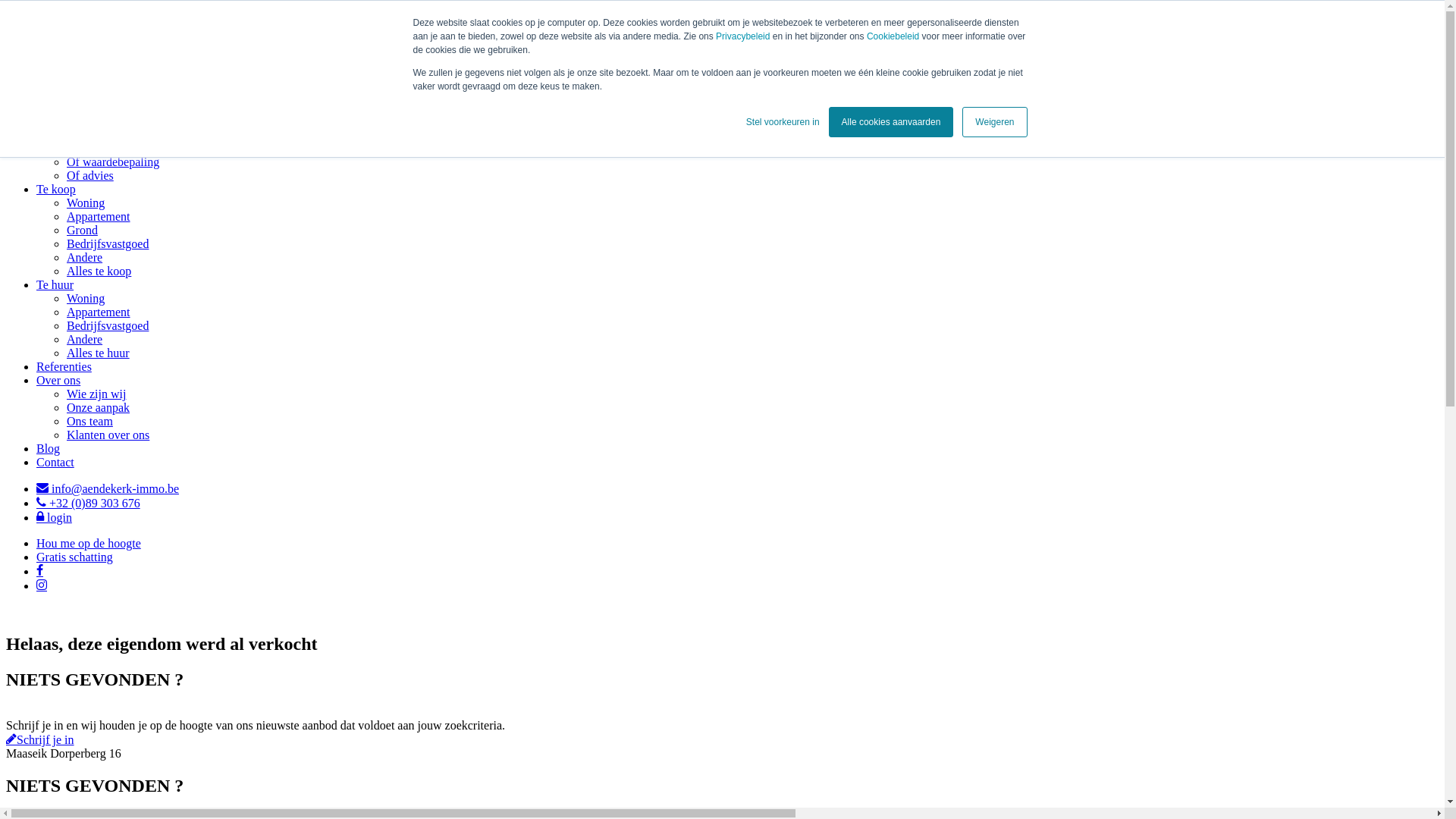  What do you see at coordinates (85, 298) in the screenshot?
I see `'Woning'` at bounding box center [85, 298].